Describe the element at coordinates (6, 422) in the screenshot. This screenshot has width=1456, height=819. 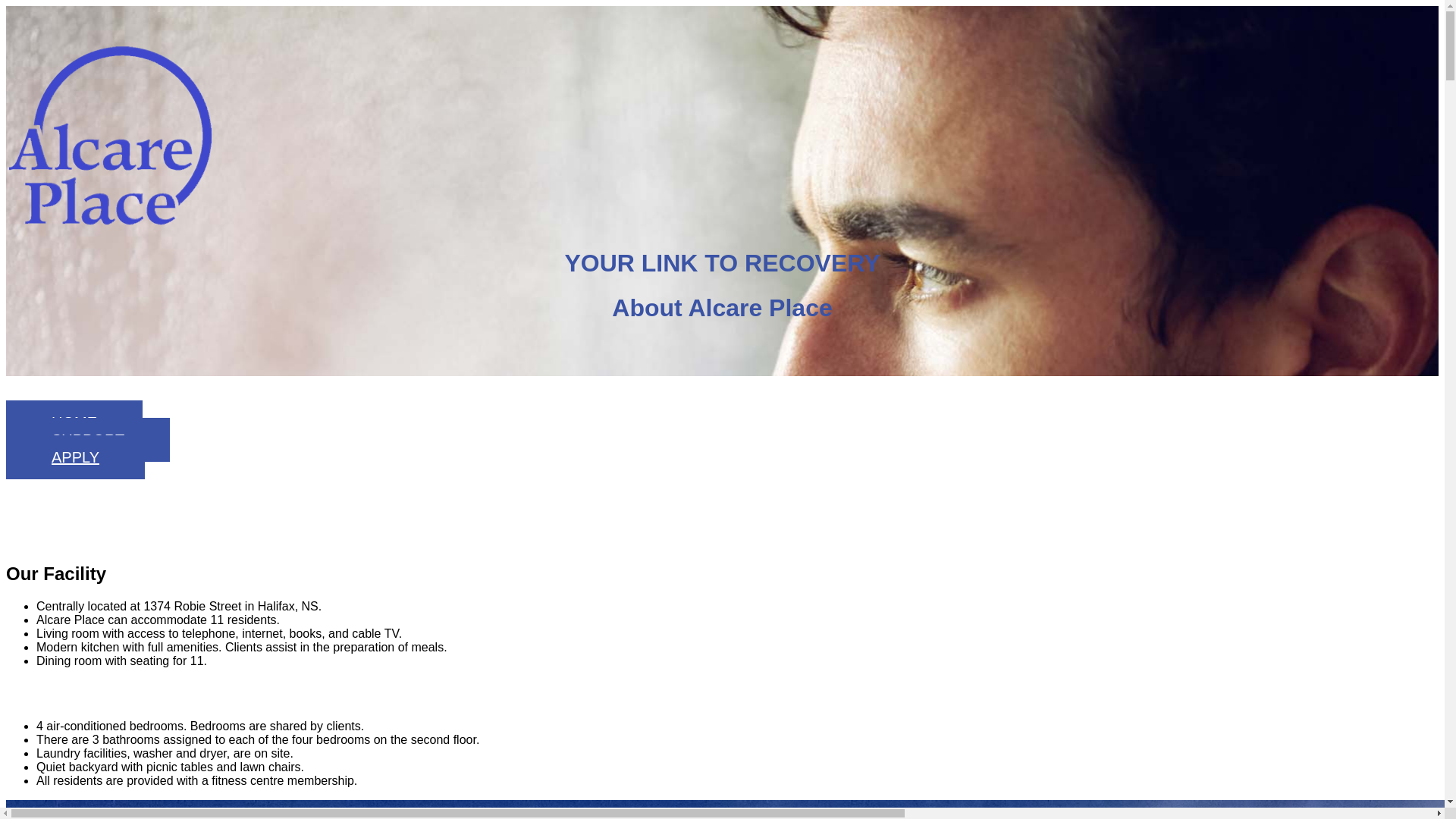
I see `'HOME'` at that location.